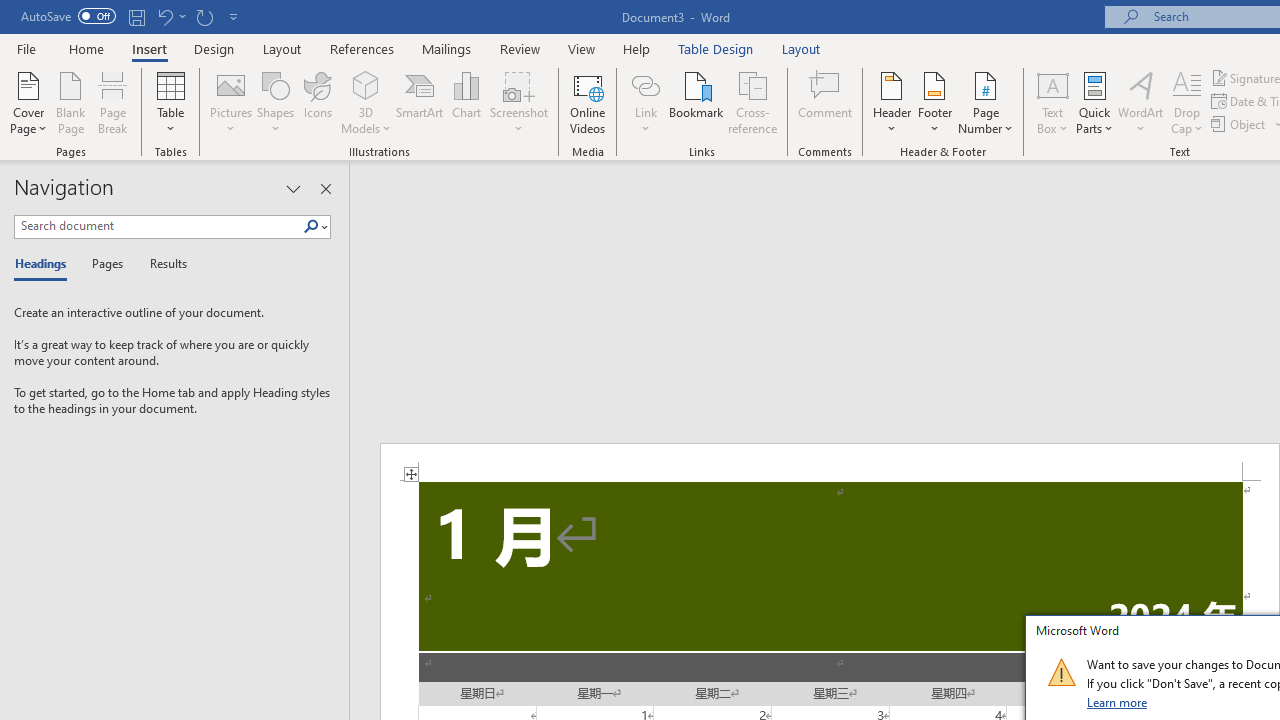  Describe the element at coordinates (366, 84) in the screenshot. I see `'3D Models'` at that location.